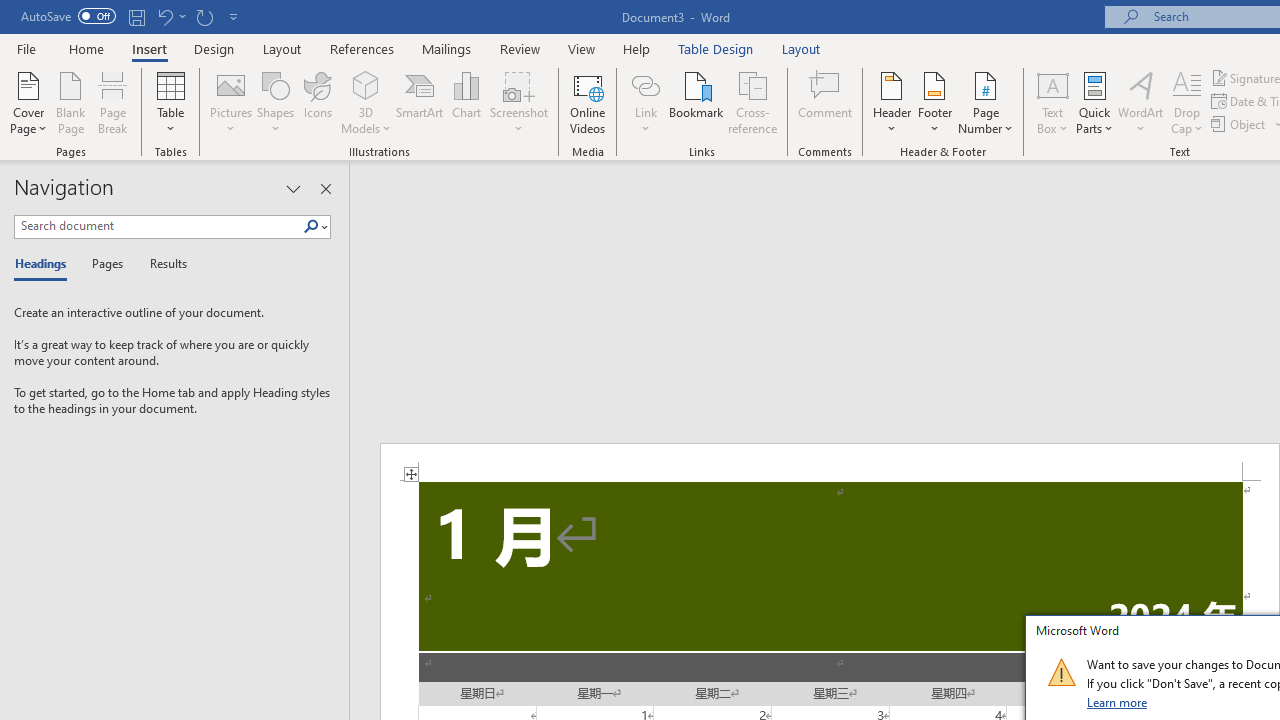  Describe the element at coordinates (366, 84) in the screenshot. I see `'3D Models'` at that location.